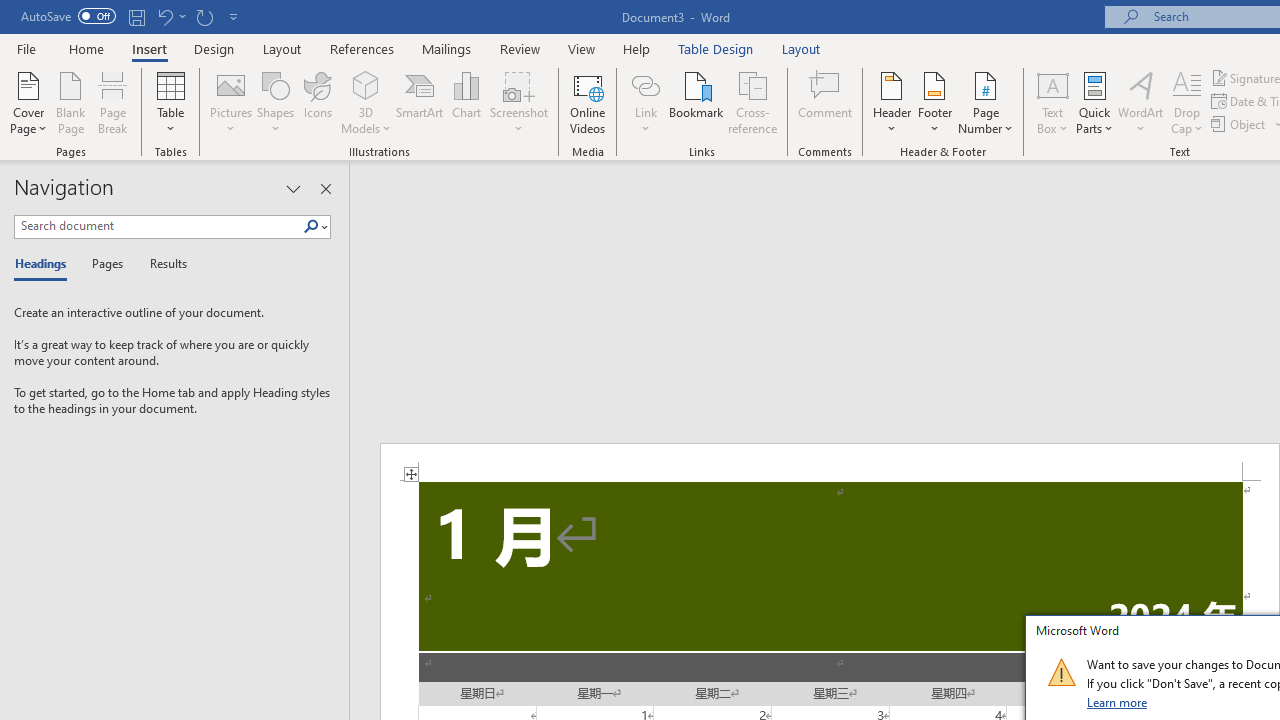  Describe the element at coordinates (366, 84) in the screenshot. I see `'3D Models'` at that location.